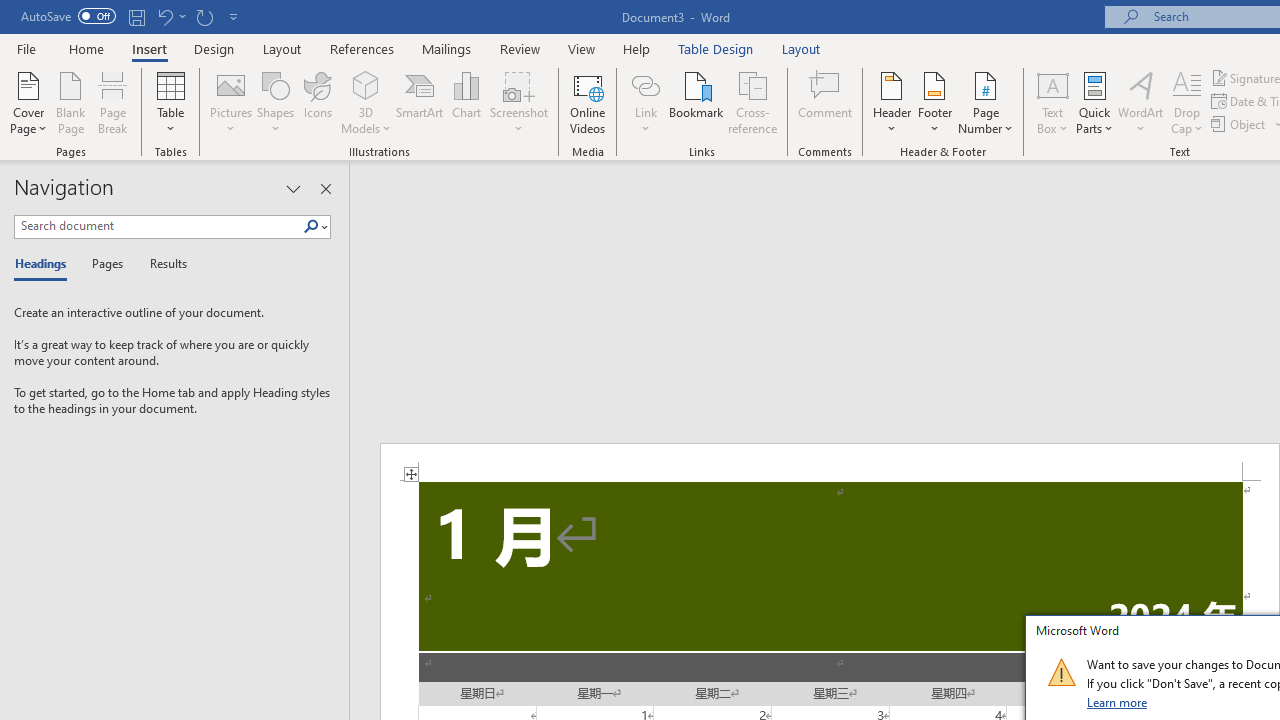  Describe the element at coordinates (366, 84) in the screenshot. I see `'3D Models'` at that location.